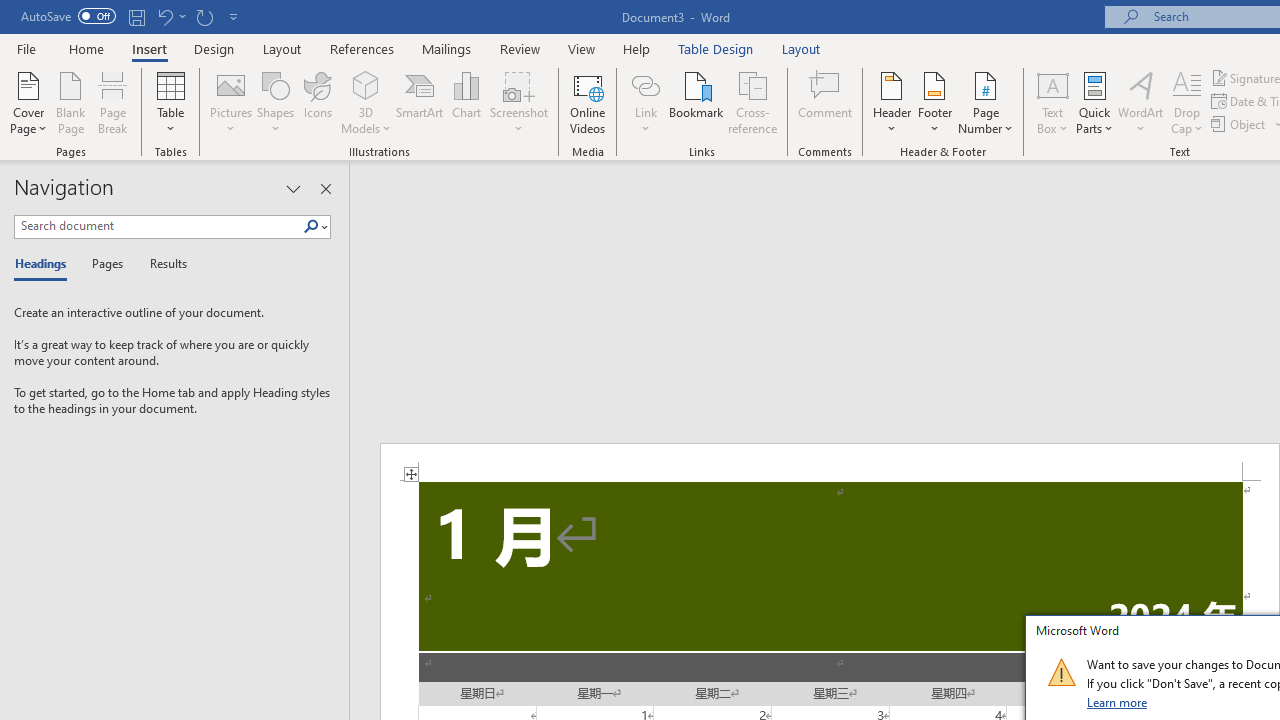  Describe the element at coordinates (366, 84) in the screenshot. I see `'3D Models'` at that location.